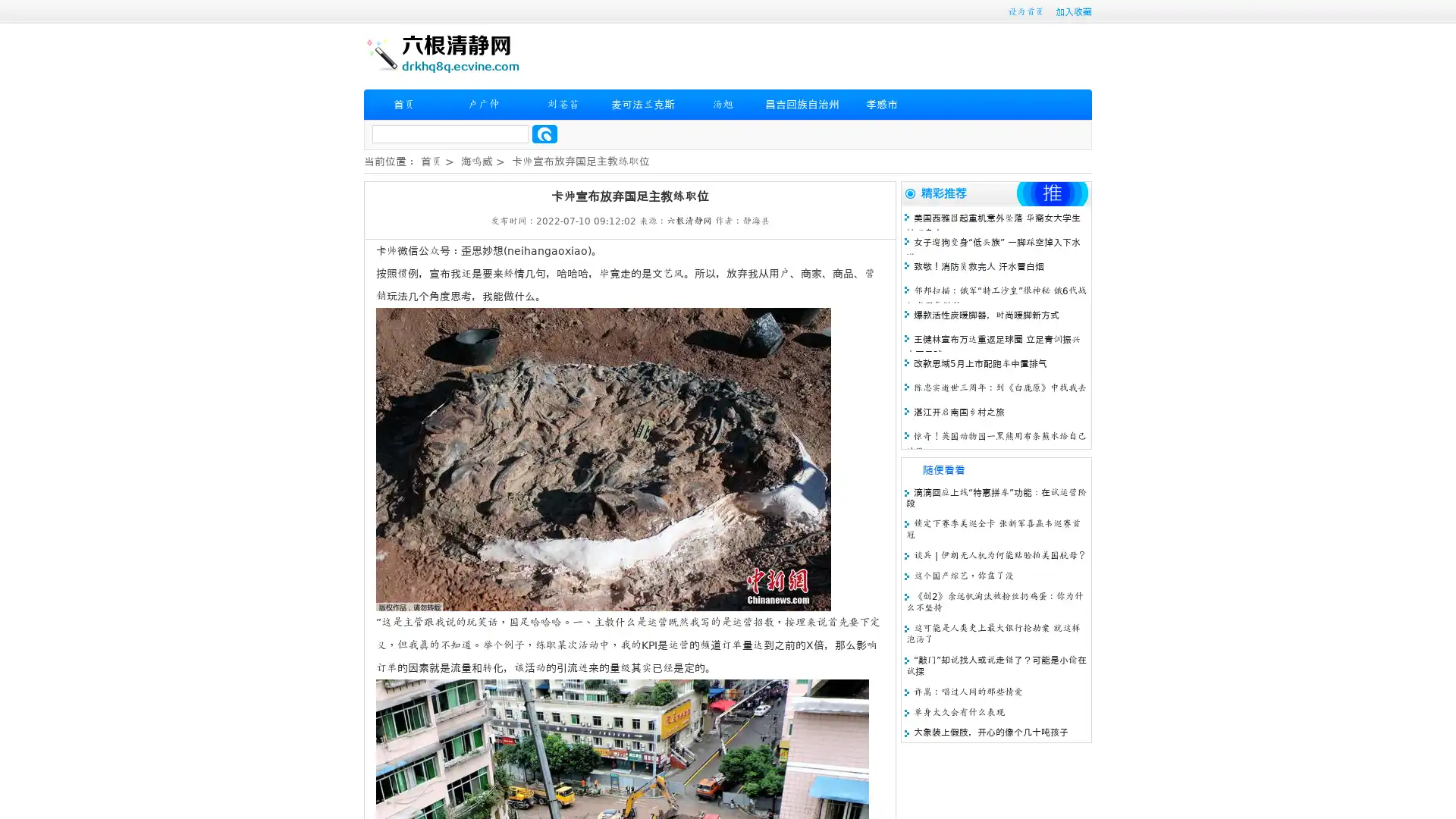  Describe the element at coordinates (544, 133) in the screenshot. I see `Search` at that location.